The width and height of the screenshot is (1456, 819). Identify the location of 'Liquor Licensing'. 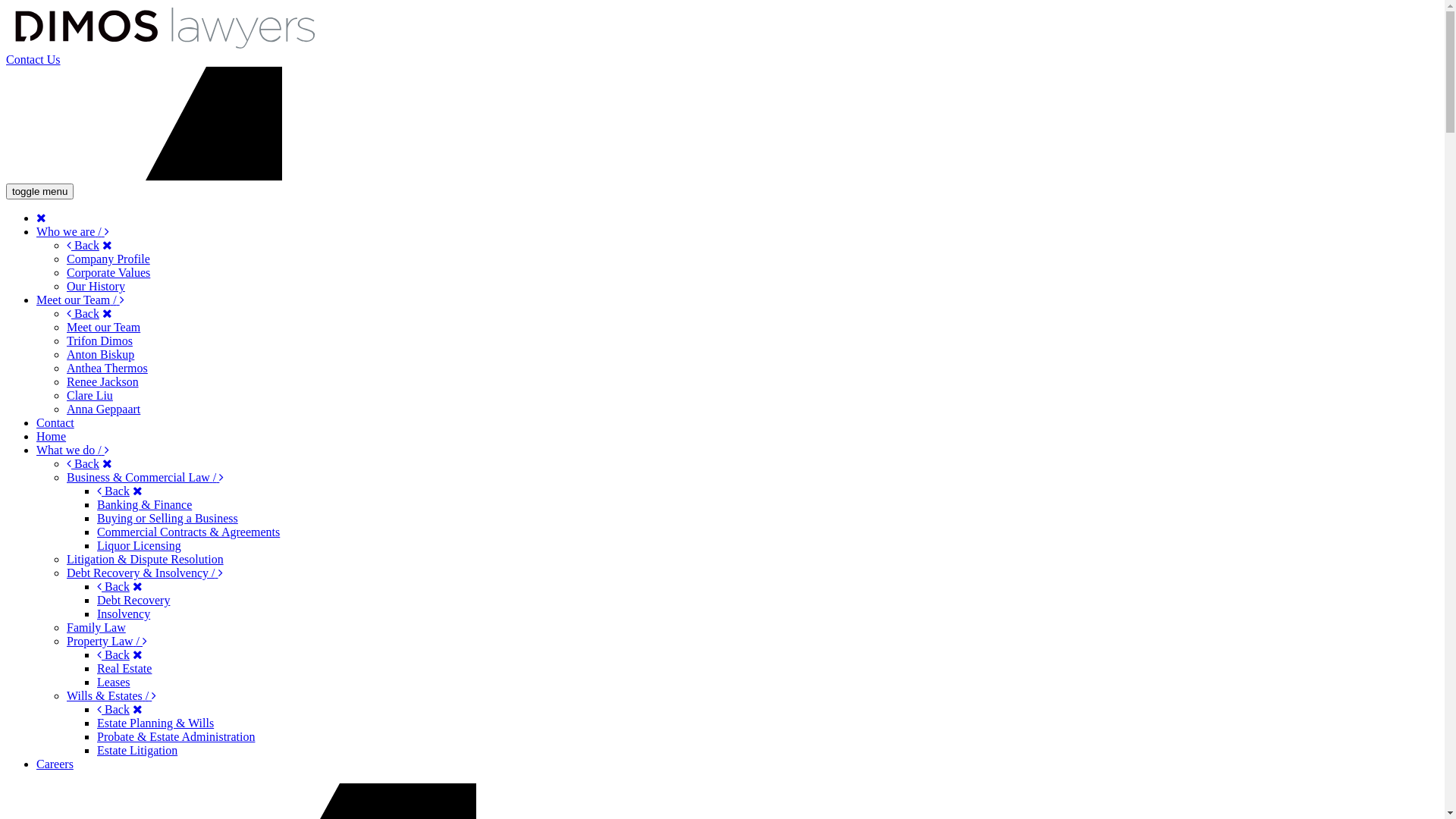
(139, 544).